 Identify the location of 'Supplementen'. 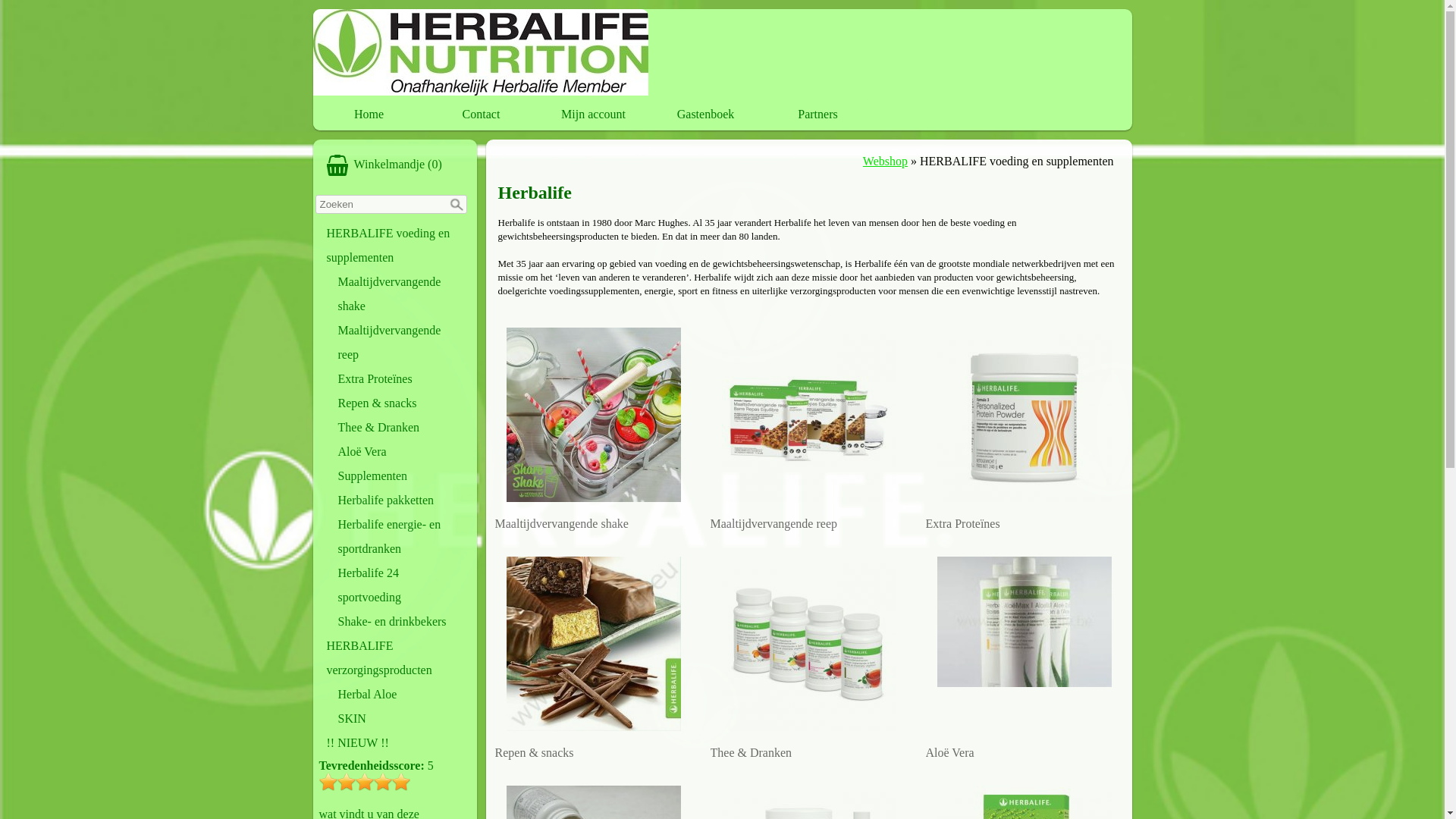
(400, 475).